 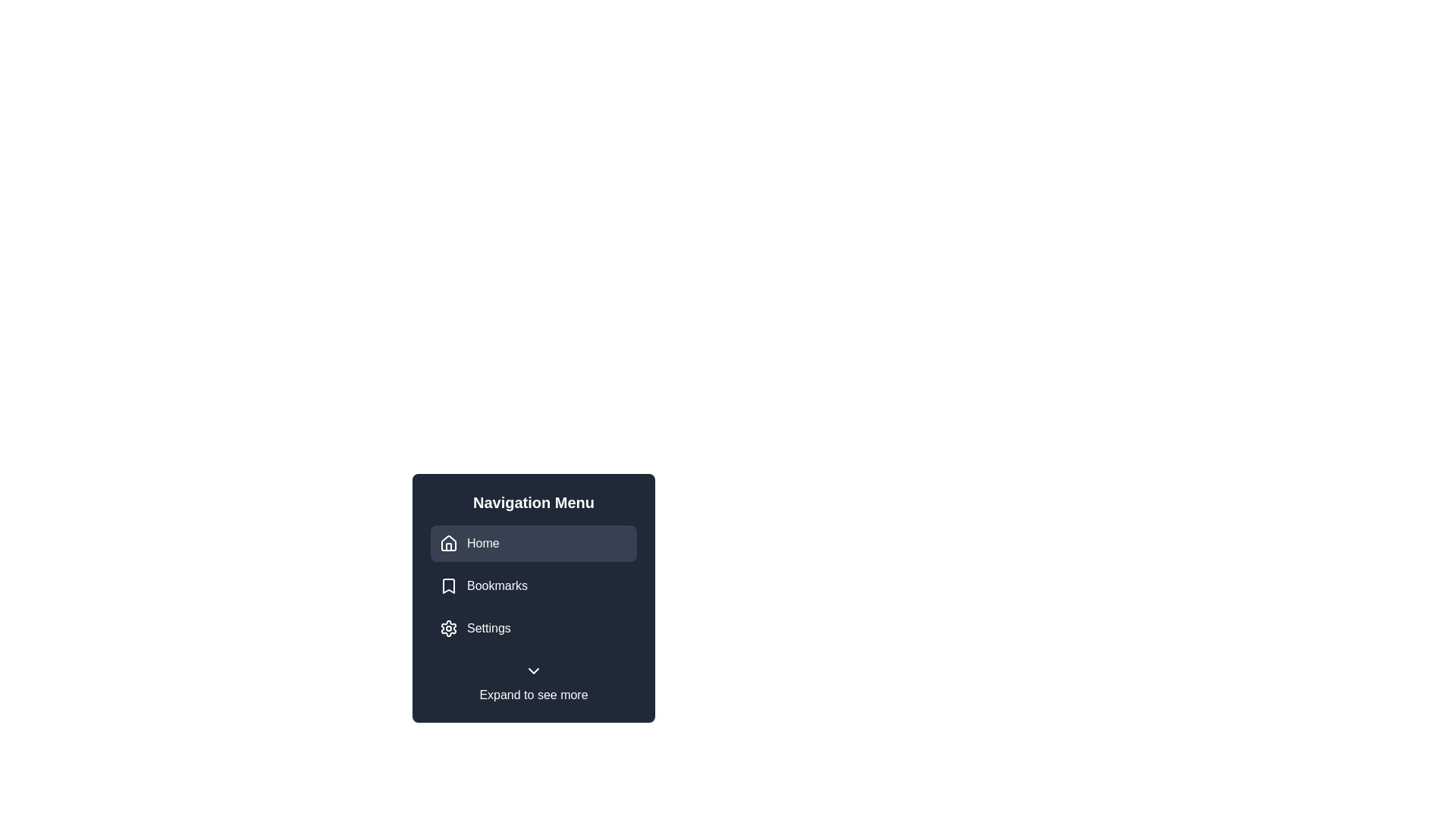 I want to click on the downward-facing chevron icon above the text 'Expand to see more' in the dark sidebar, so click(x=534, y=670).